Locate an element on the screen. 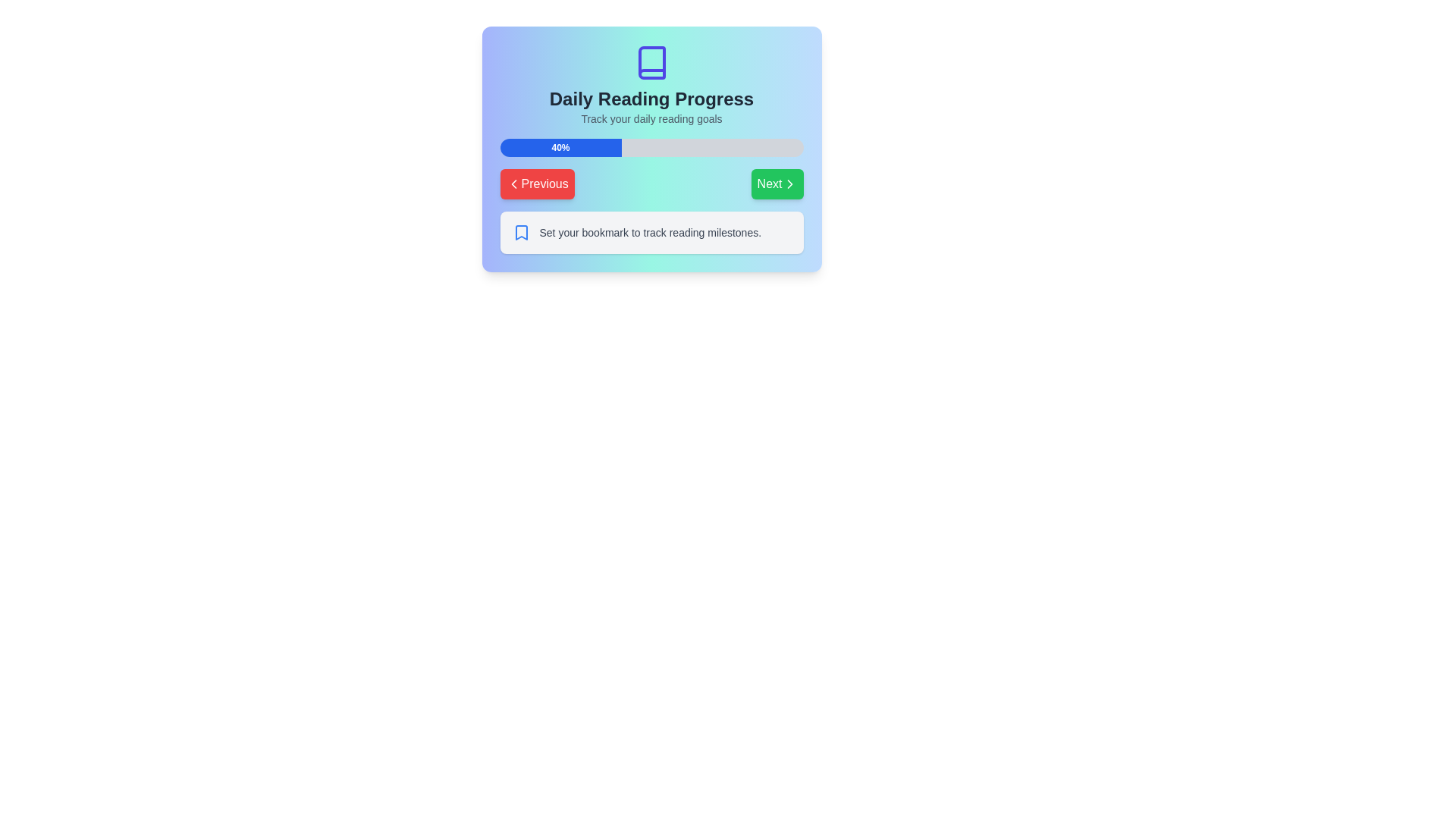 The image size is (1456, 819). the decorative icon that serves as a visual marker for bookmarks, located at the bottom part of the context interface is located at coordinates (521, 233).